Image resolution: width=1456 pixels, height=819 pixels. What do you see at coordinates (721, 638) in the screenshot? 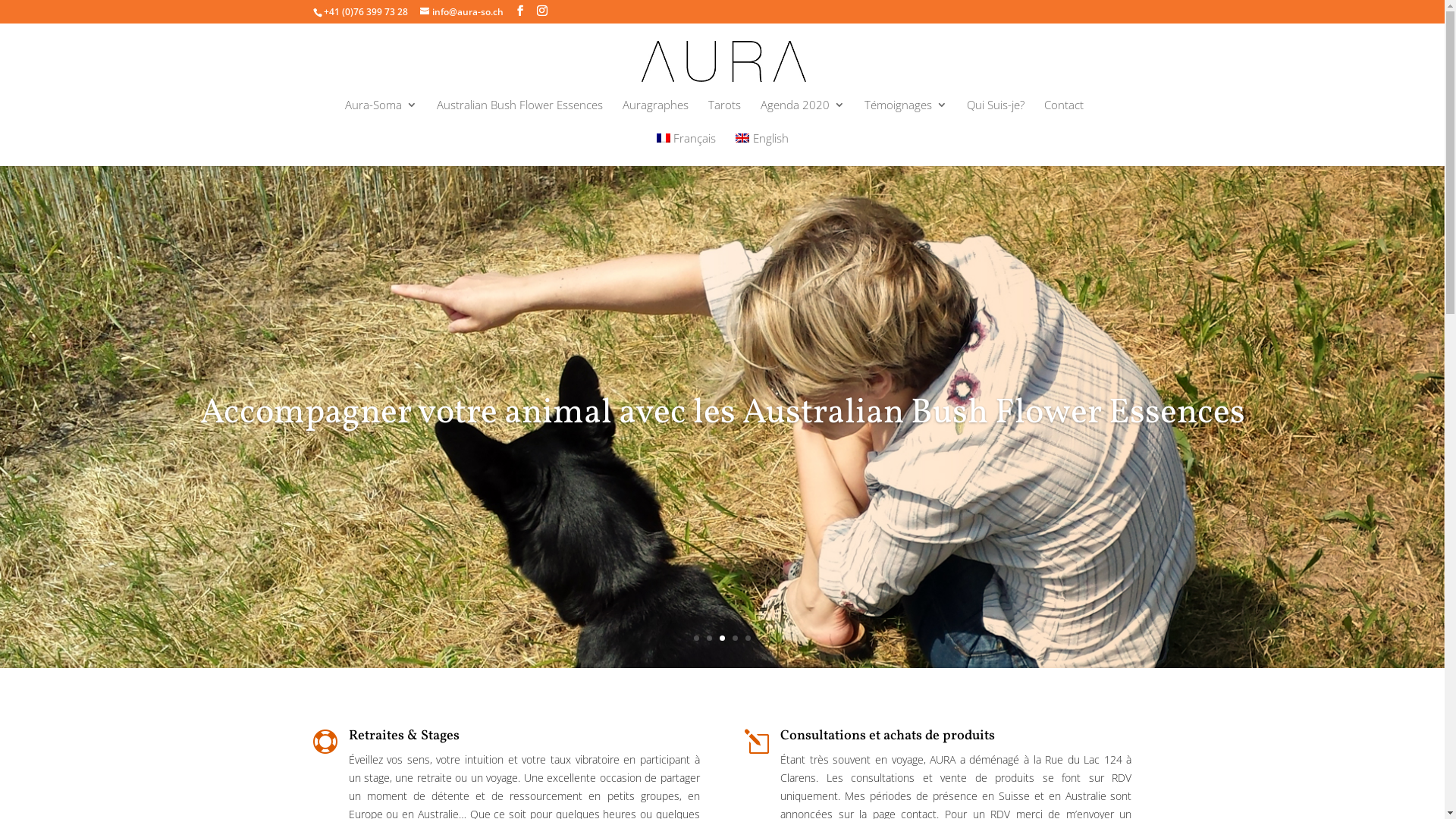
I see `'3'` at bounding box center [721, 638].